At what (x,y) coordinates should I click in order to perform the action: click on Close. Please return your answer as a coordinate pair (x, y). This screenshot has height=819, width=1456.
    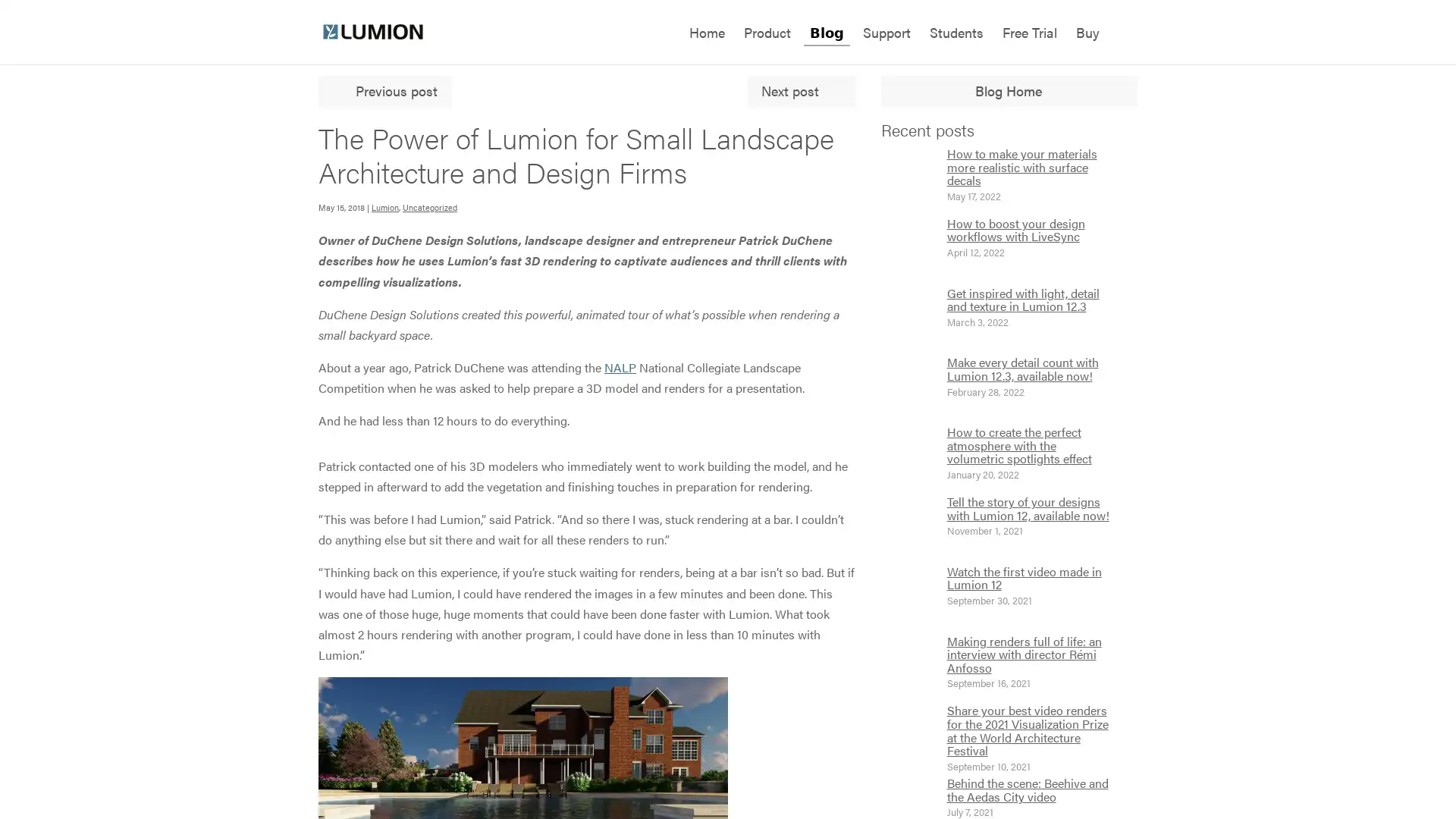
    Looking at the image, I should click on (277, 619).